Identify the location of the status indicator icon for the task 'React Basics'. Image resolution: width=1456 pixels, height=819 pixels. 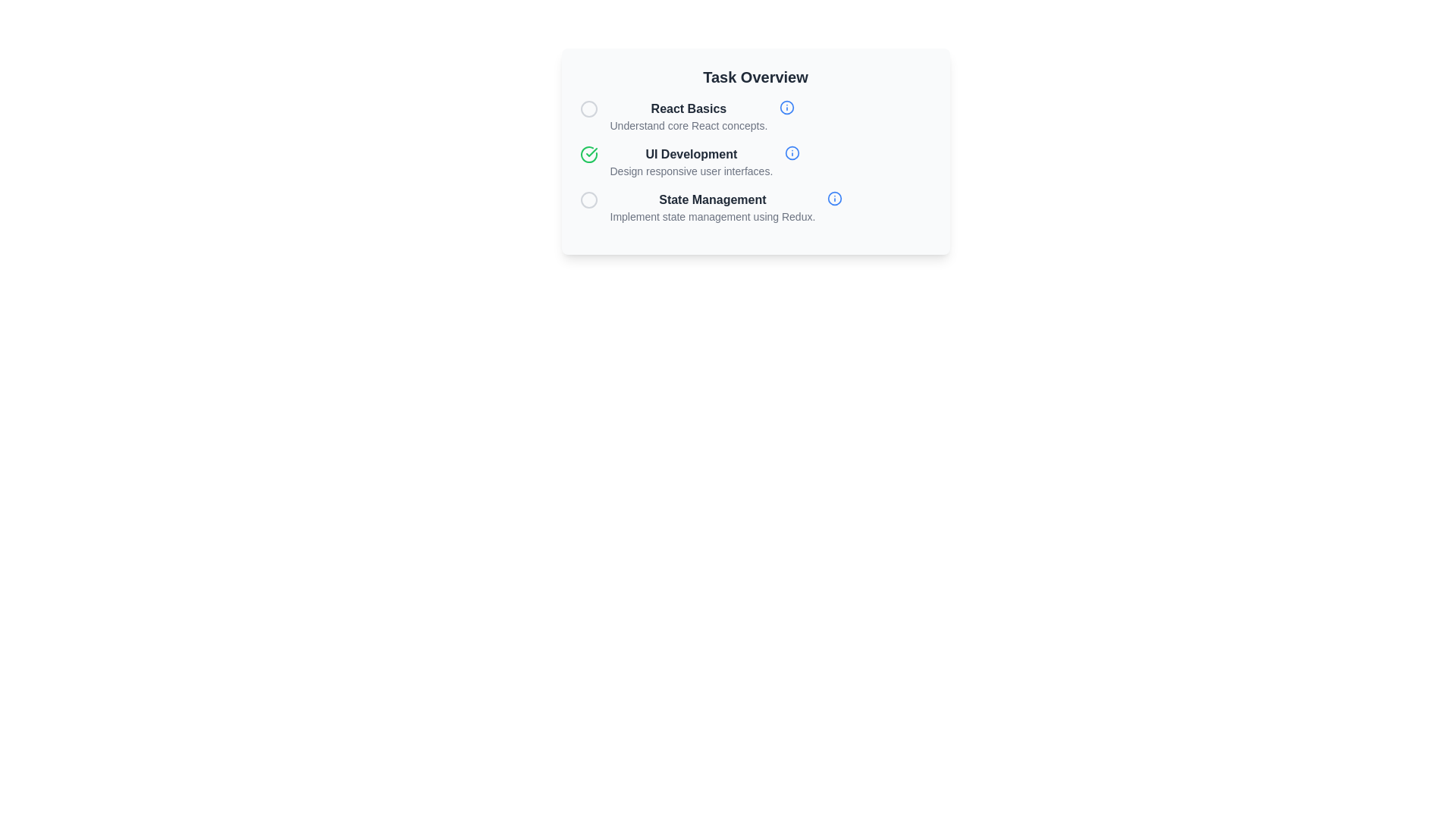
(588, 108).